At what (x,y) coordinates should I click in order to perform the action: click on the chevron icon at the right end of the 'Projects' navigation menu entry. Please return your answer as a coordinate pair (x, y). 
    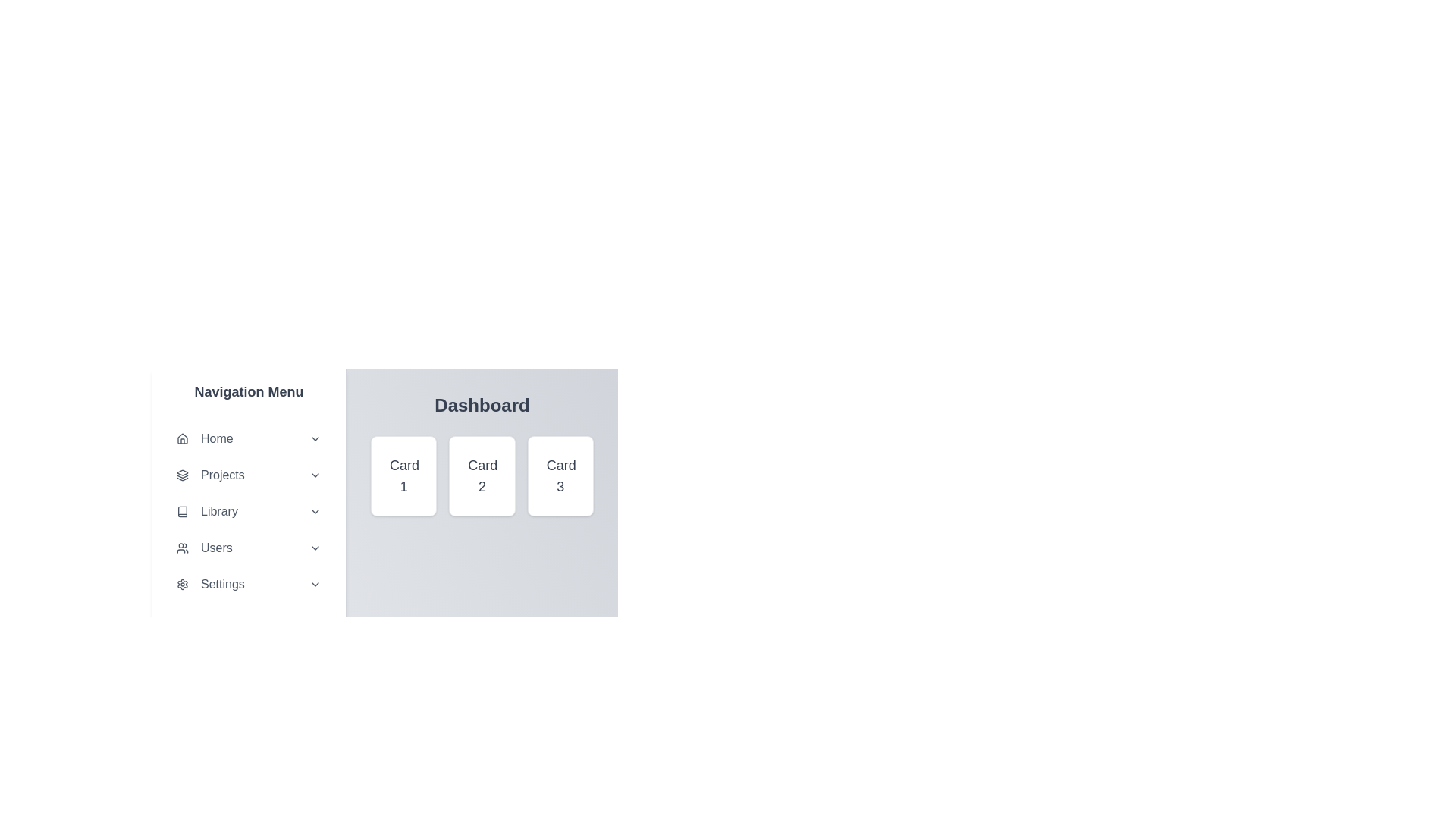
    Looking at the image, I should click on (315, 475).